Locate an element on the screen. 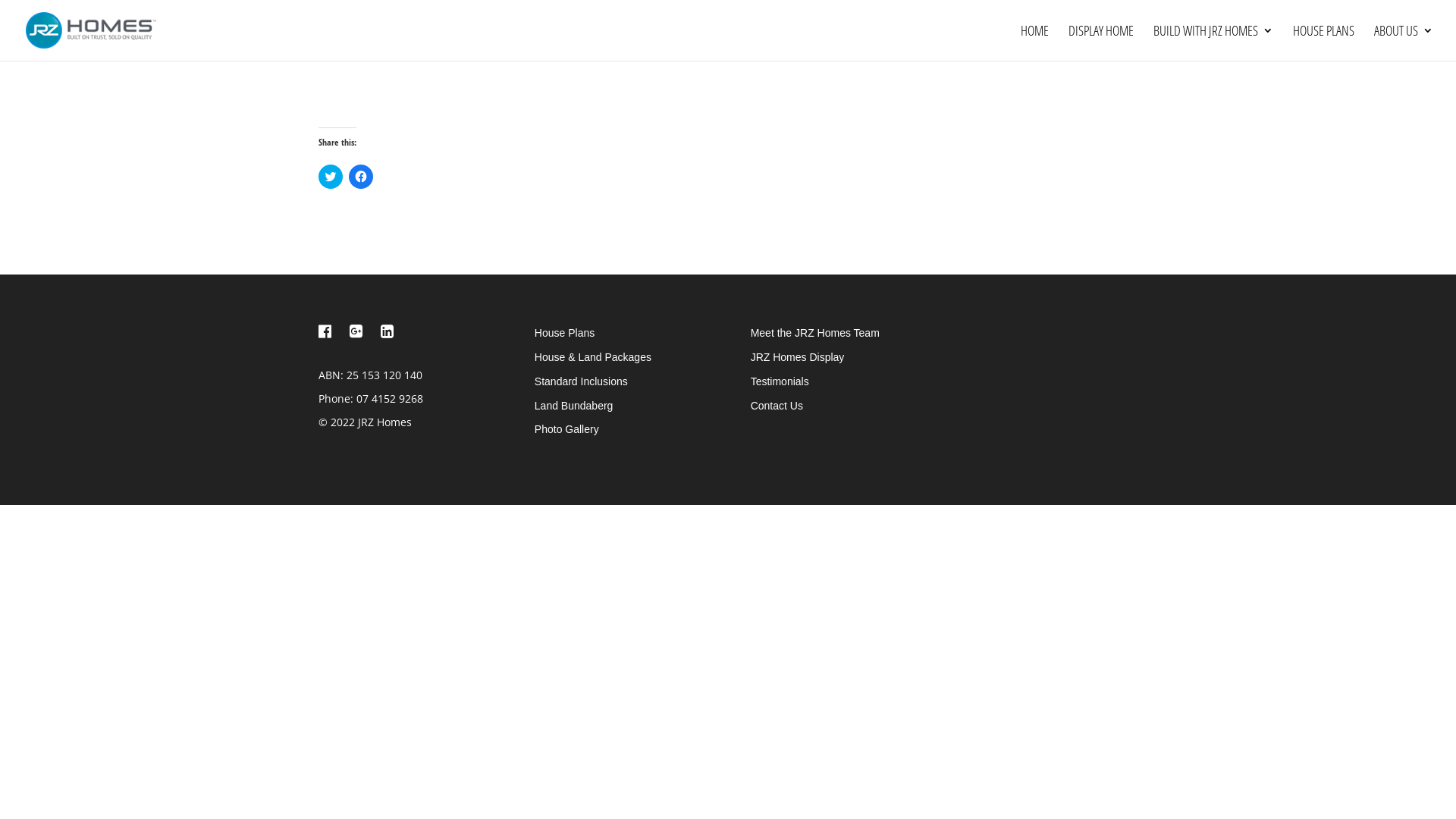  'House & Land Packages' is located at coordinates (592, 356).